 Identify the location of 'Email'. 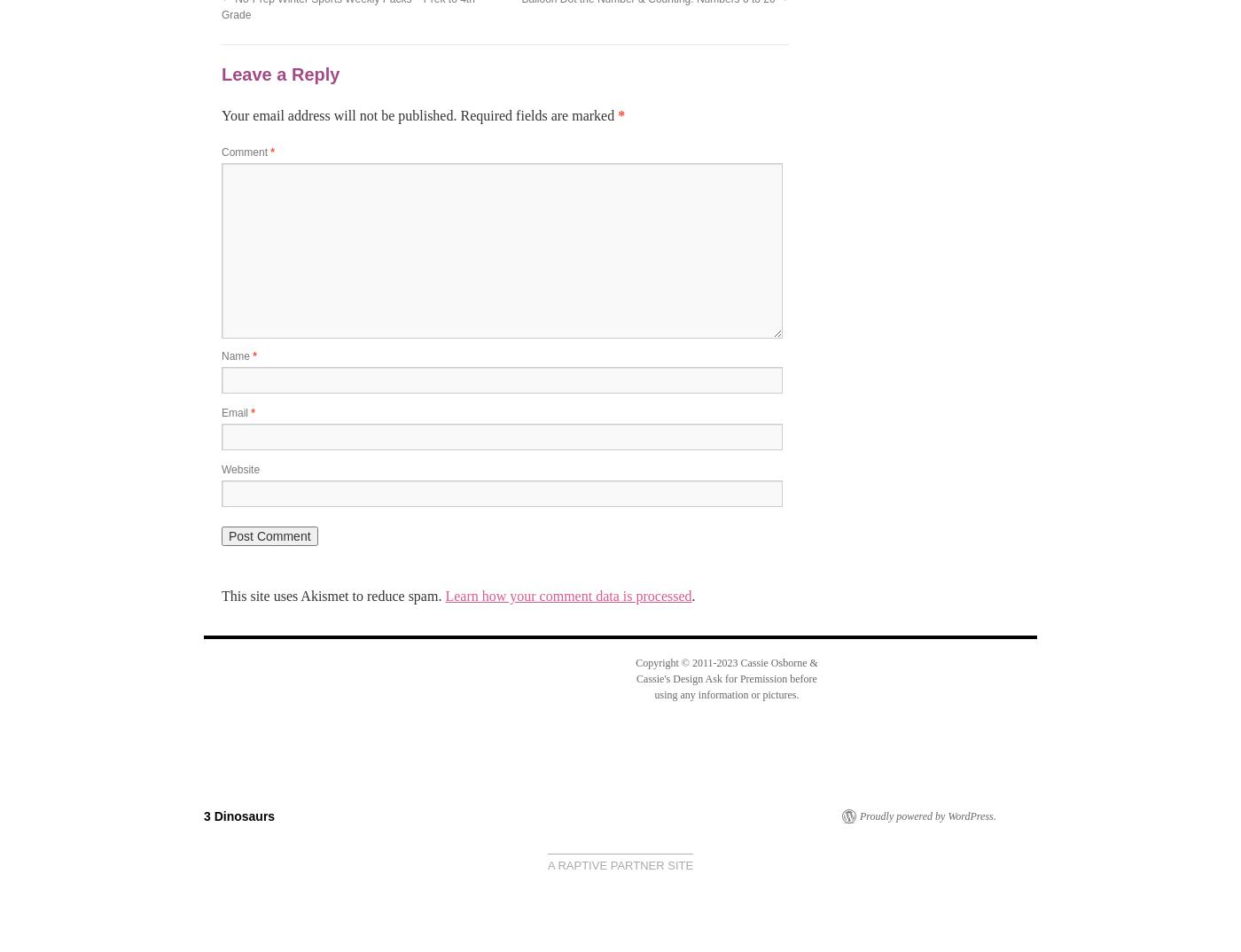
(236, 411).